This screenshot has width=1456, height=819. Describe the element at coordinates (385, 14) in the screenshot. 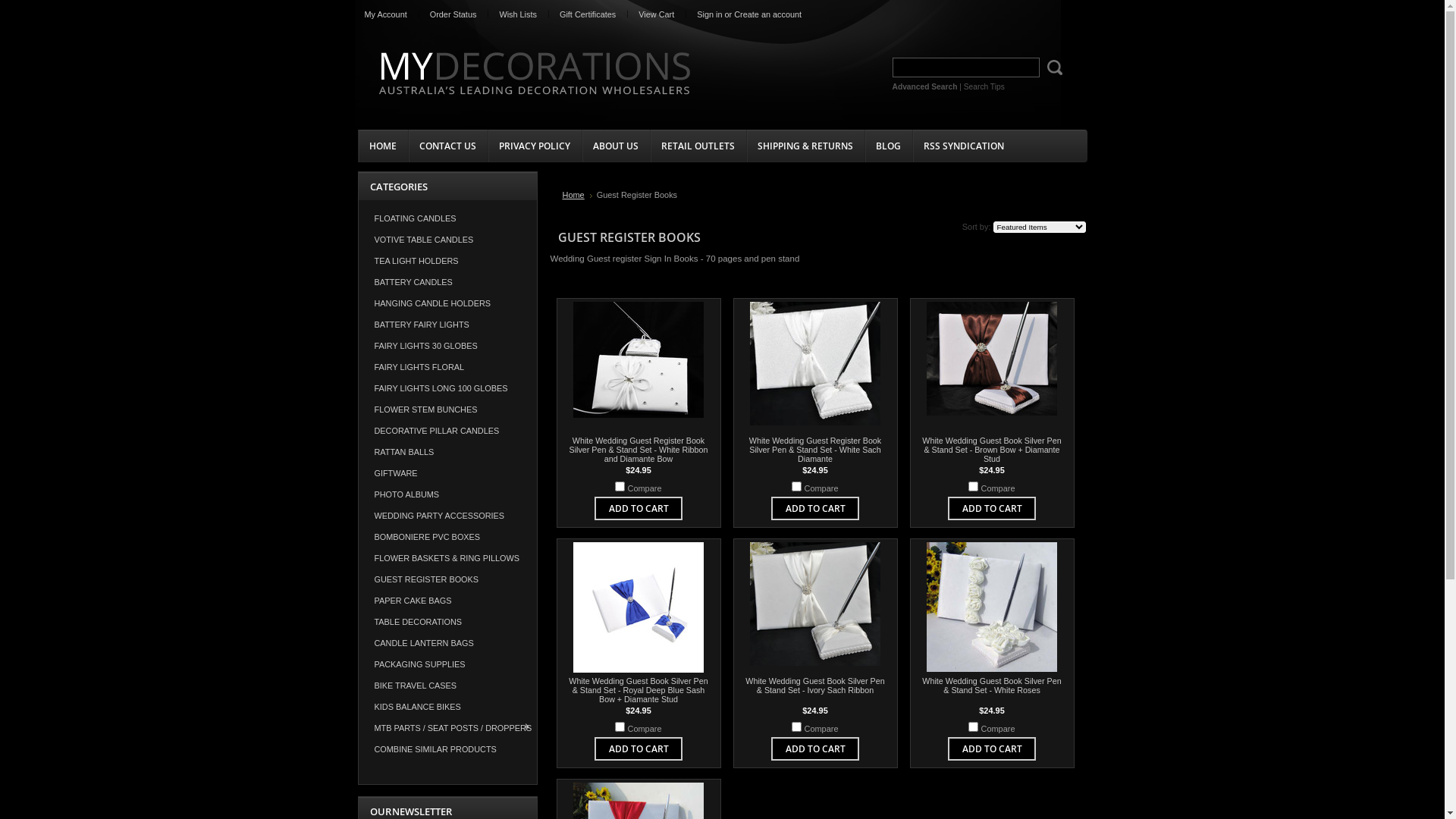

I see `'My Account'` at that location.